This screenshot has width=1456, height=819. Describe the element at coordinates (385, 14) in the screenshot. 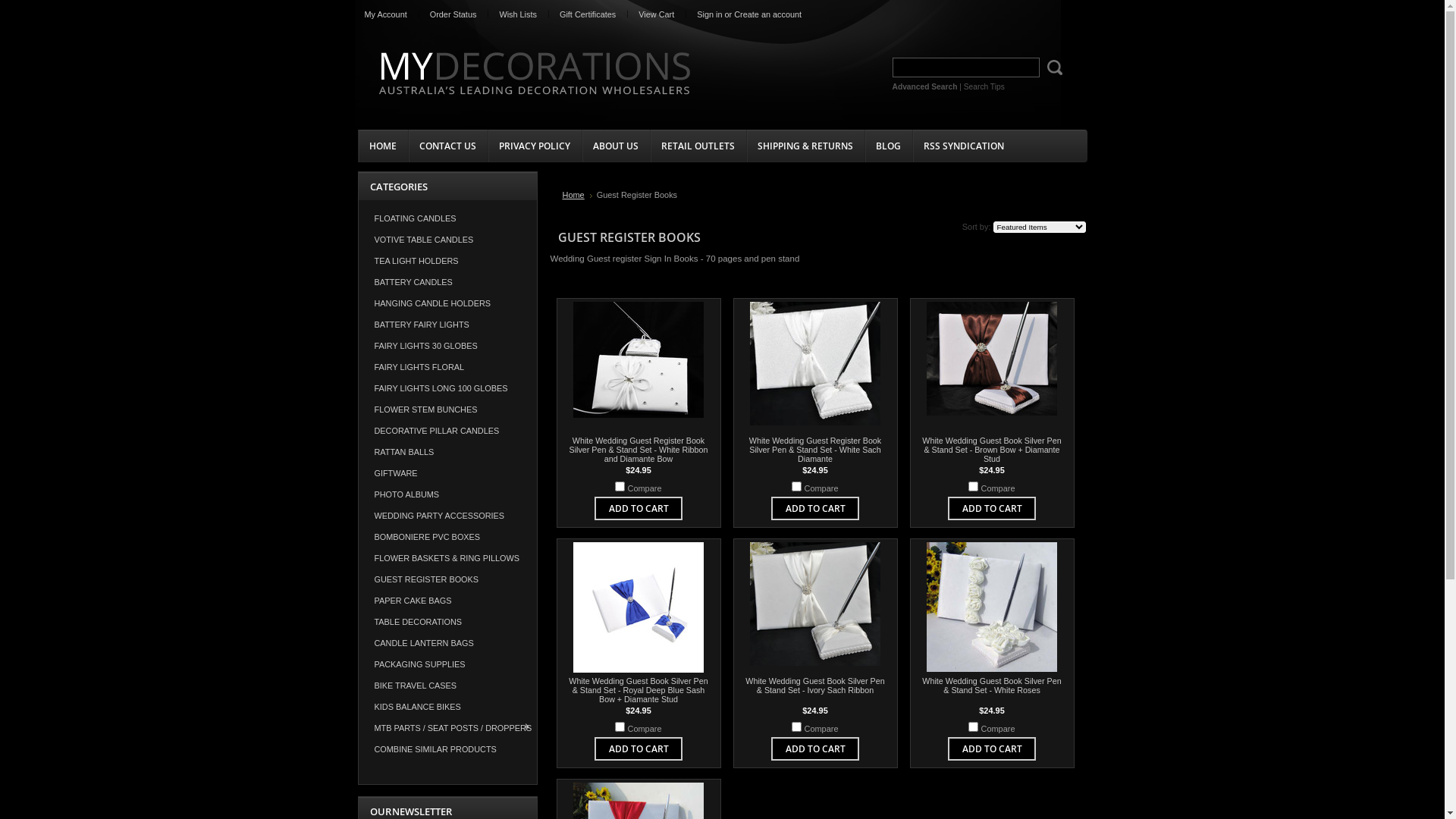

I see `'My Account'` at that location.